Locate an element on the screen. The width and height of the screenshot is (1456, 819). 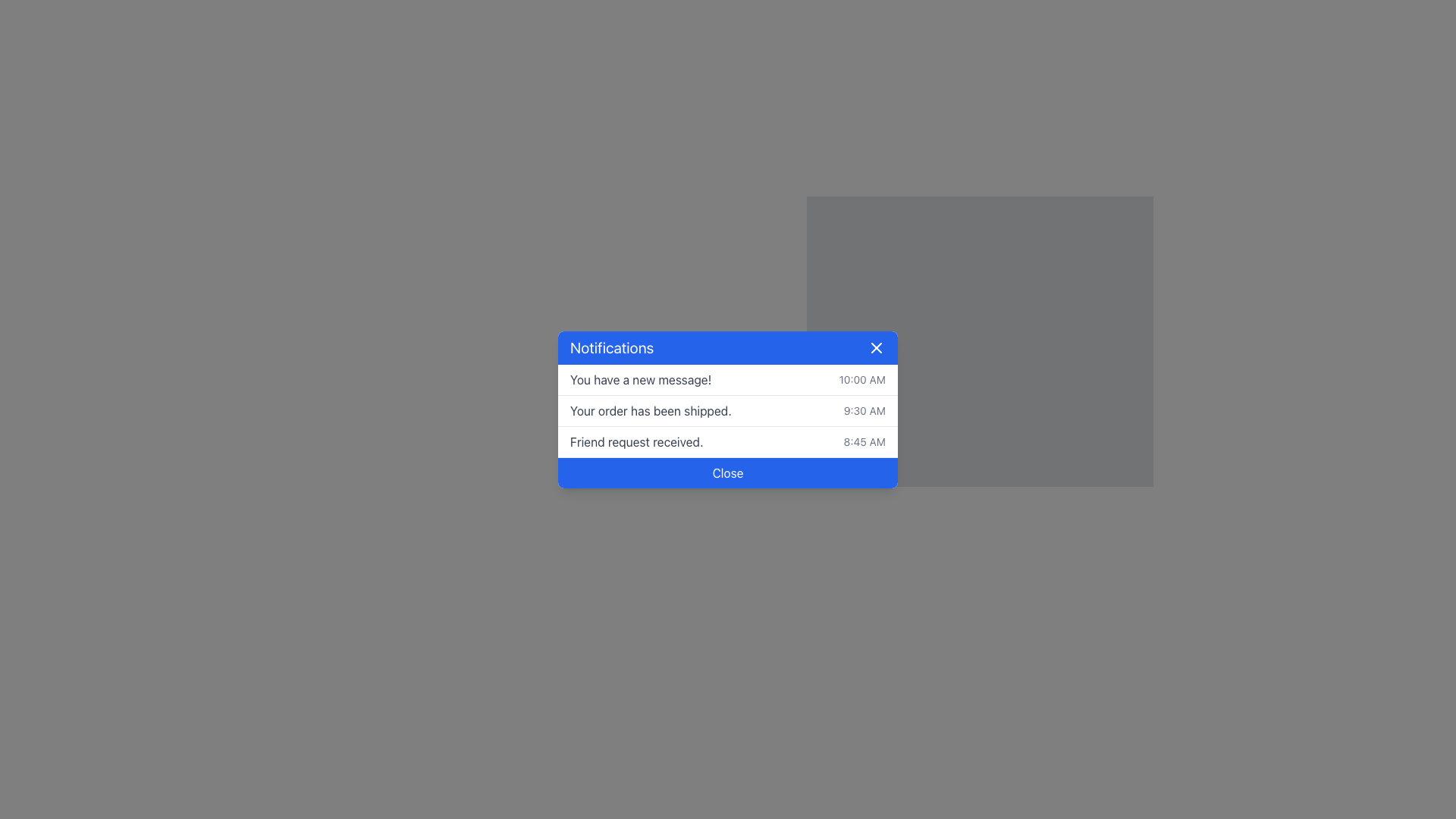
the Static Text displaying '10:00 AM' located in the first notification item of the blue notification panel, aligned to the right next to 'You have a new message!' is located at coordinates (862, 378).